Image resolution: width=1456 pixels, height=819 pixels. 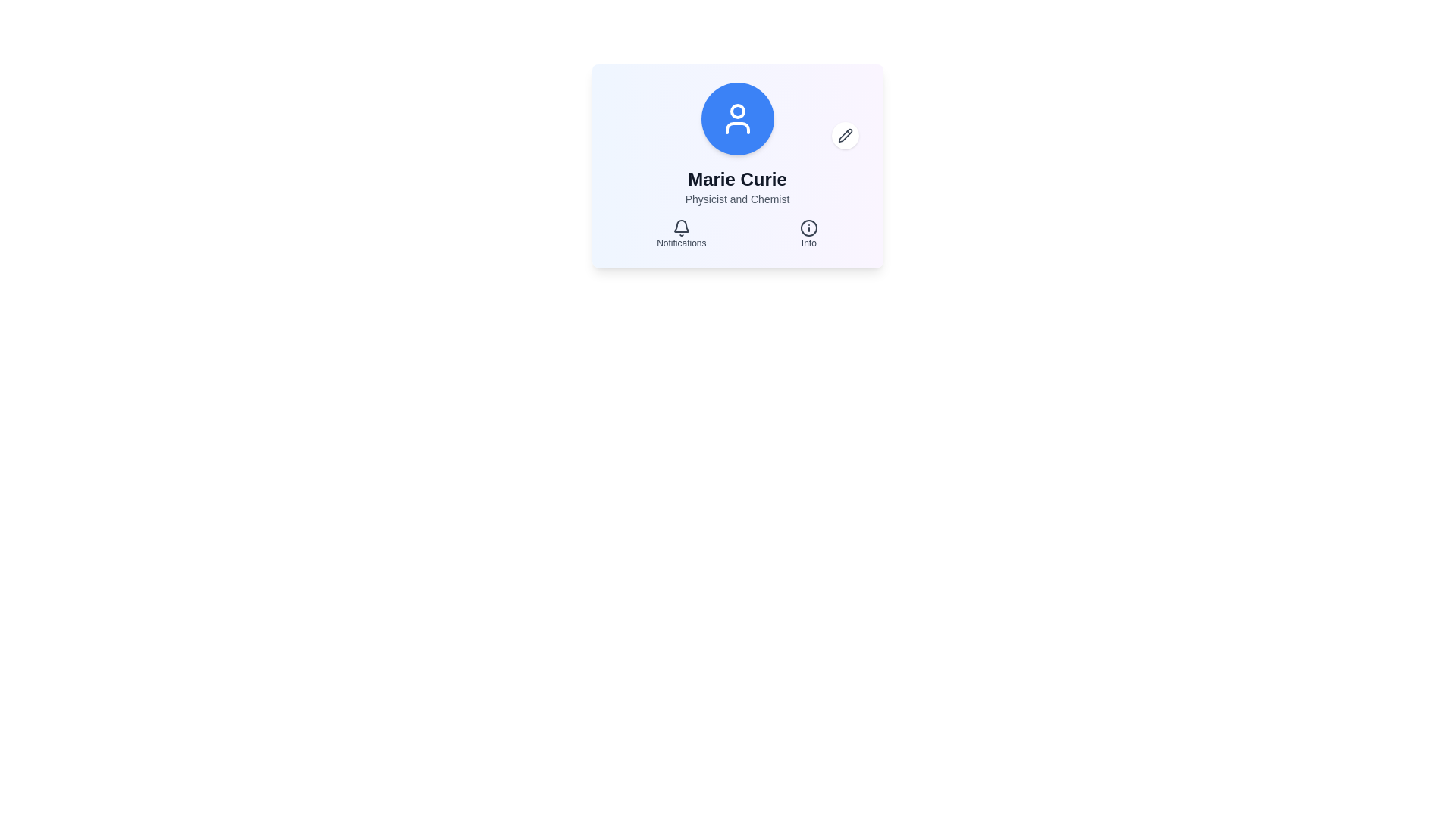 I want to click on the edit button located at the bottom-right corner of the user profile card to observe any hover effects, so click(x=844, y=134).